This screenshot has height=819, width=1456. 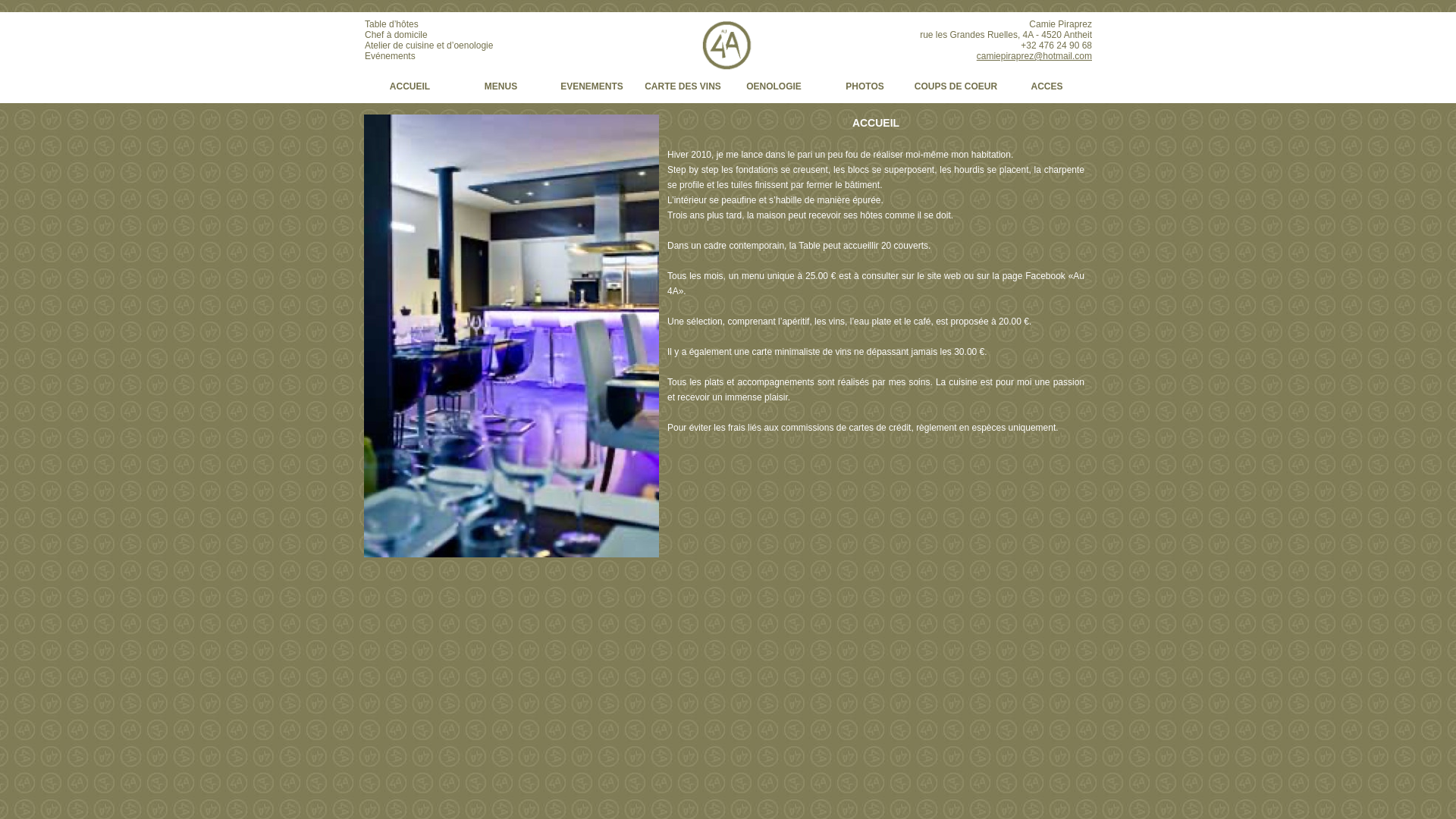 I want to click on 'camiepiraprez@hotmail.com', so click(x=1033, y=55).